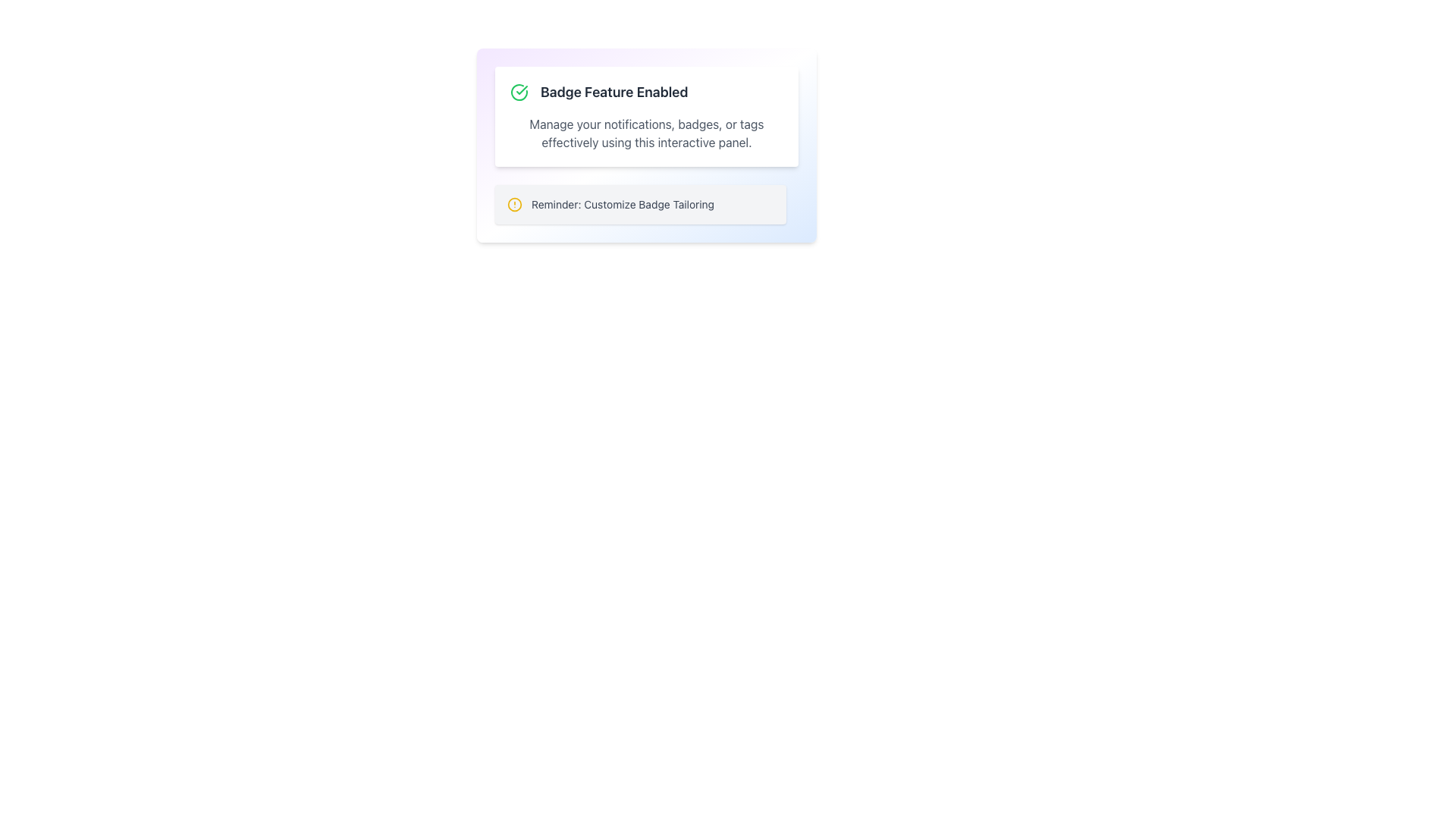 The image size is (1456, 819). Describe the element at coordinates (514, 205) in the screenshot. I see `the yellow circular icon with a hollow center and a vertical line in its upper half, which resembles a warning symbol, located to the left of the text area labeled 'Reminder: Customize Badge Tailoring'` at that location.